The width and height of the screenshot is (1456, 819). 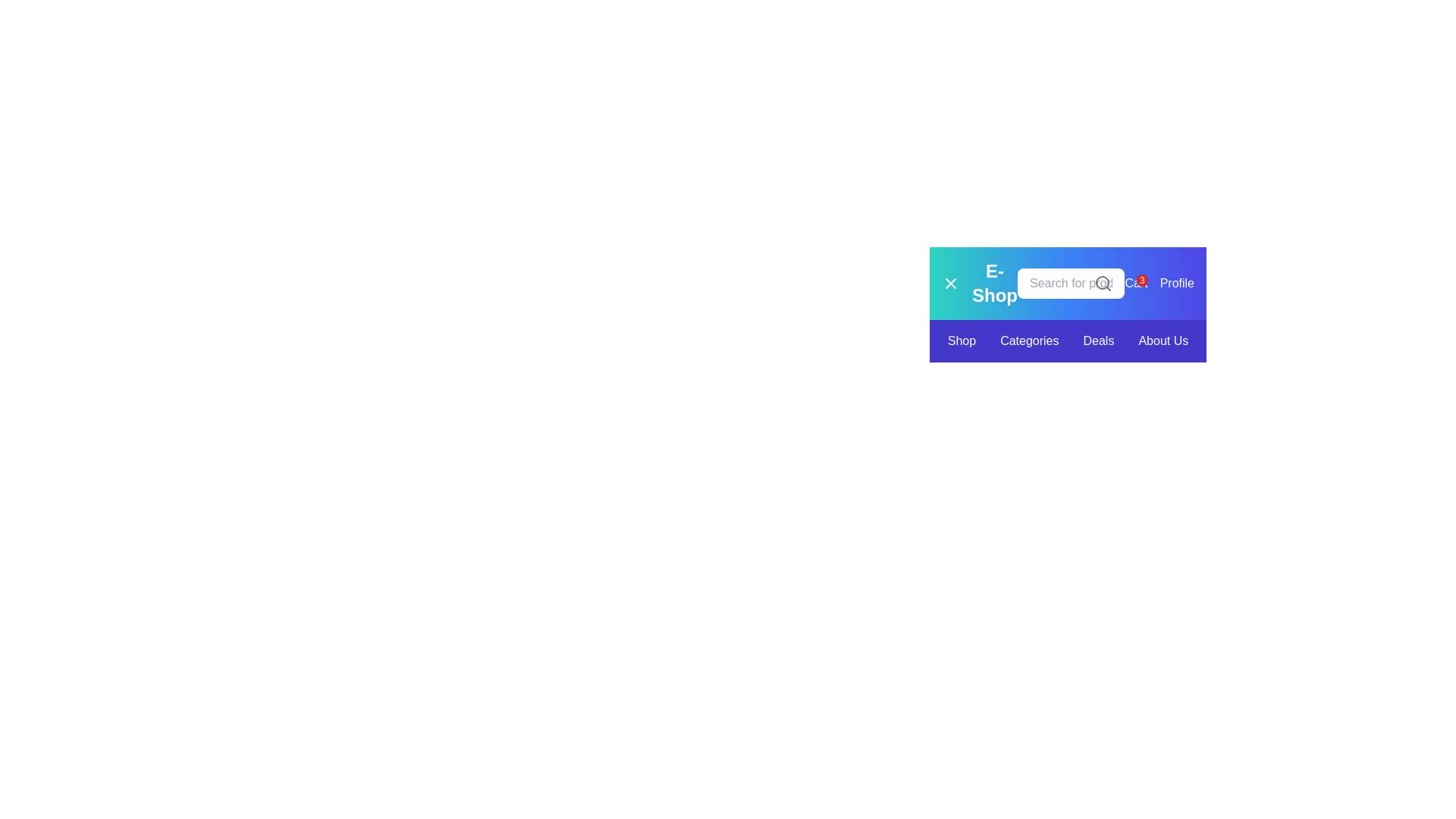 I want to click on the navigation link set which includes 'Shop', 'Categories', 'Deals', and 'About Us', so click(x=1067, y=341).